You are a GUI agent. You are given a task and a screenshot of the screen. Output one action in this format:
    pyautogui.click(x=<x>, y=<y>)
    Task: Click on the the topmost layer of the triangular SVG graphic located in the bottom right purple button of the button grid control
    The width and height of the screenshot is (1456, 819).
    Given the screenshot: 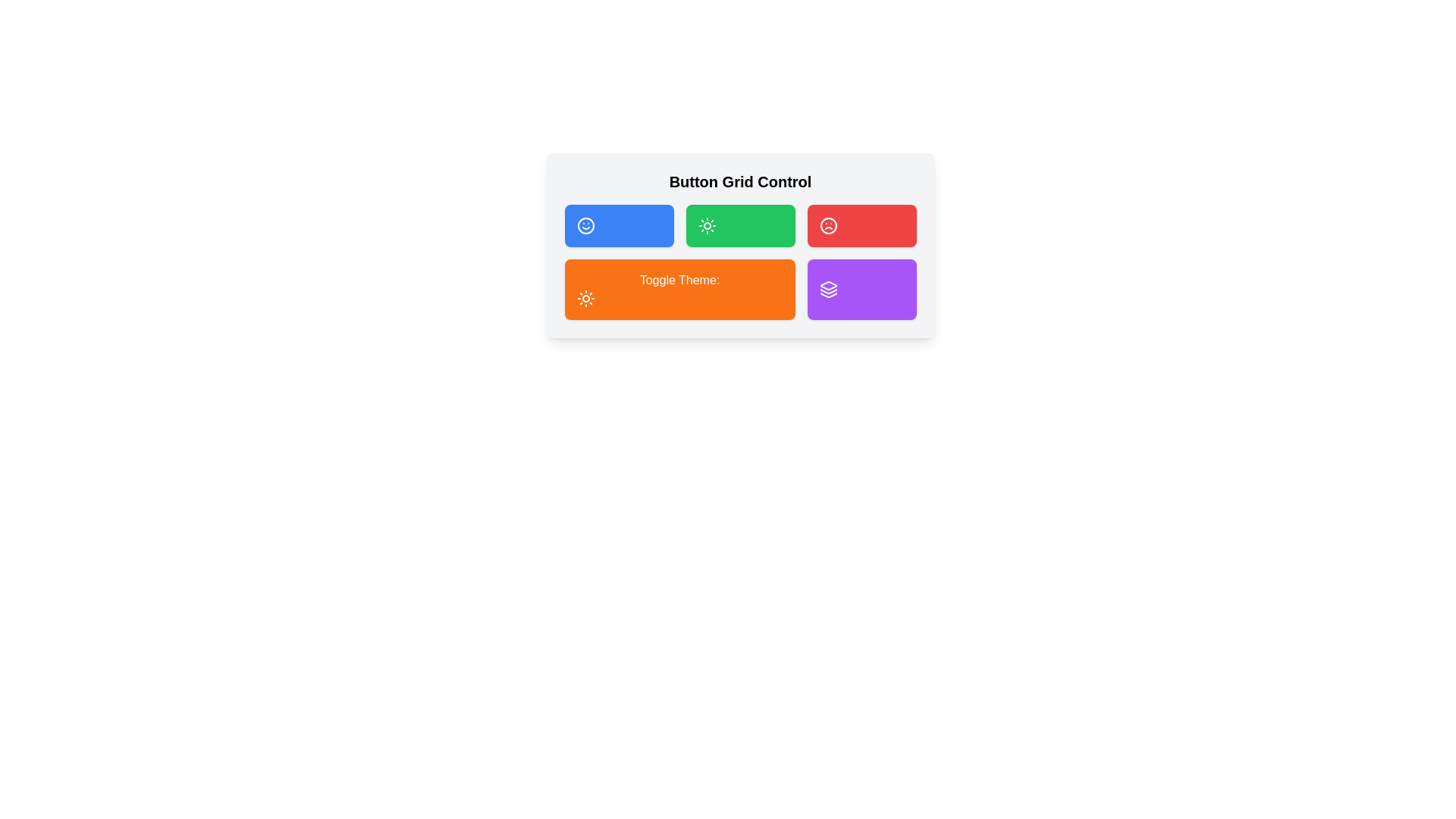 What is the action you would take?
    pyautogui.click(x=827, y=286)
    